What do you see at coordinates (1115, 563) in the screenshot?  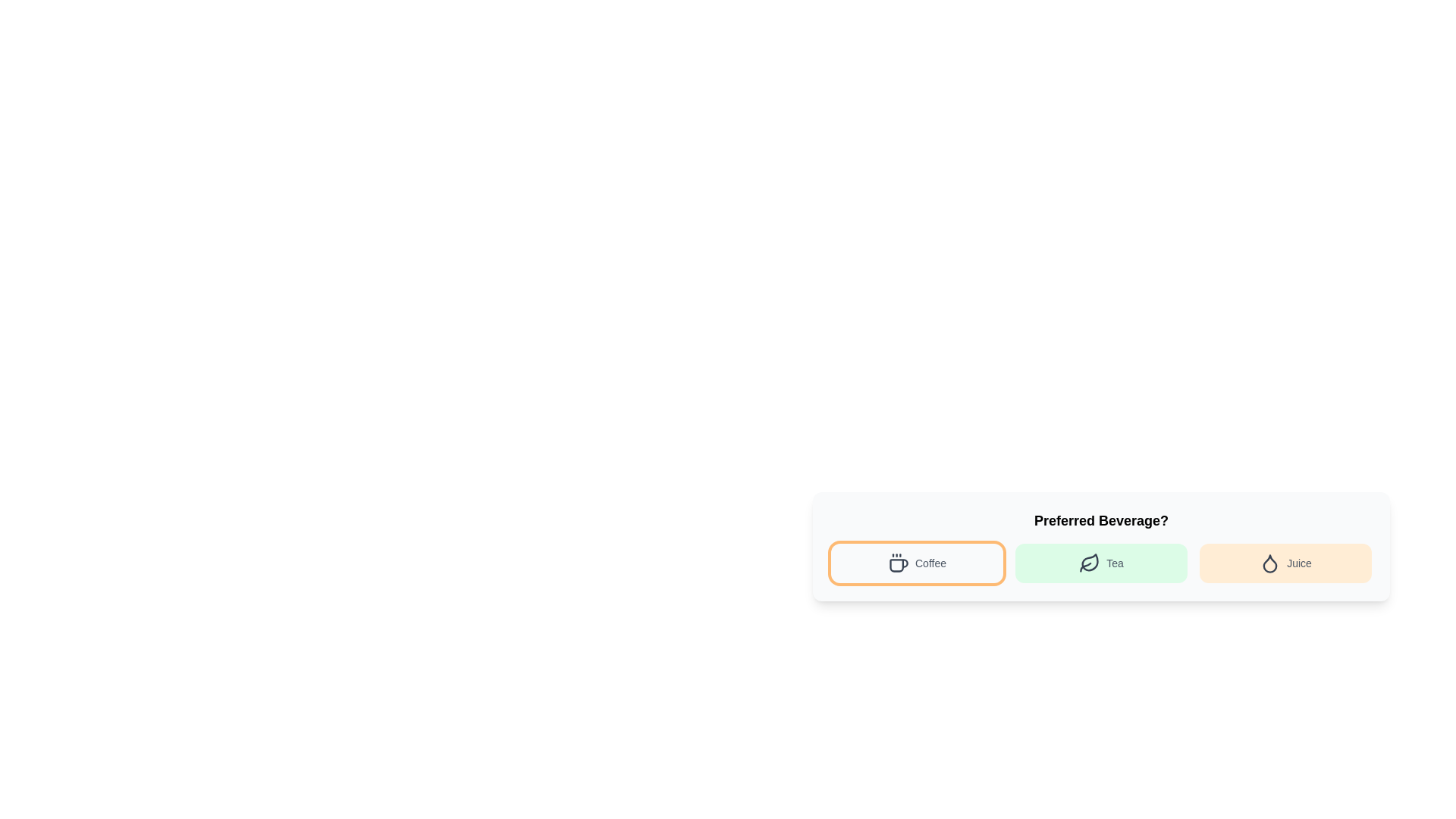 I see `the static text label containing the word 'Tea', which is styled in gray and located within a green button, positioned between a leaf icon and the 'Juice' option` at bounding box center [1115, 563].